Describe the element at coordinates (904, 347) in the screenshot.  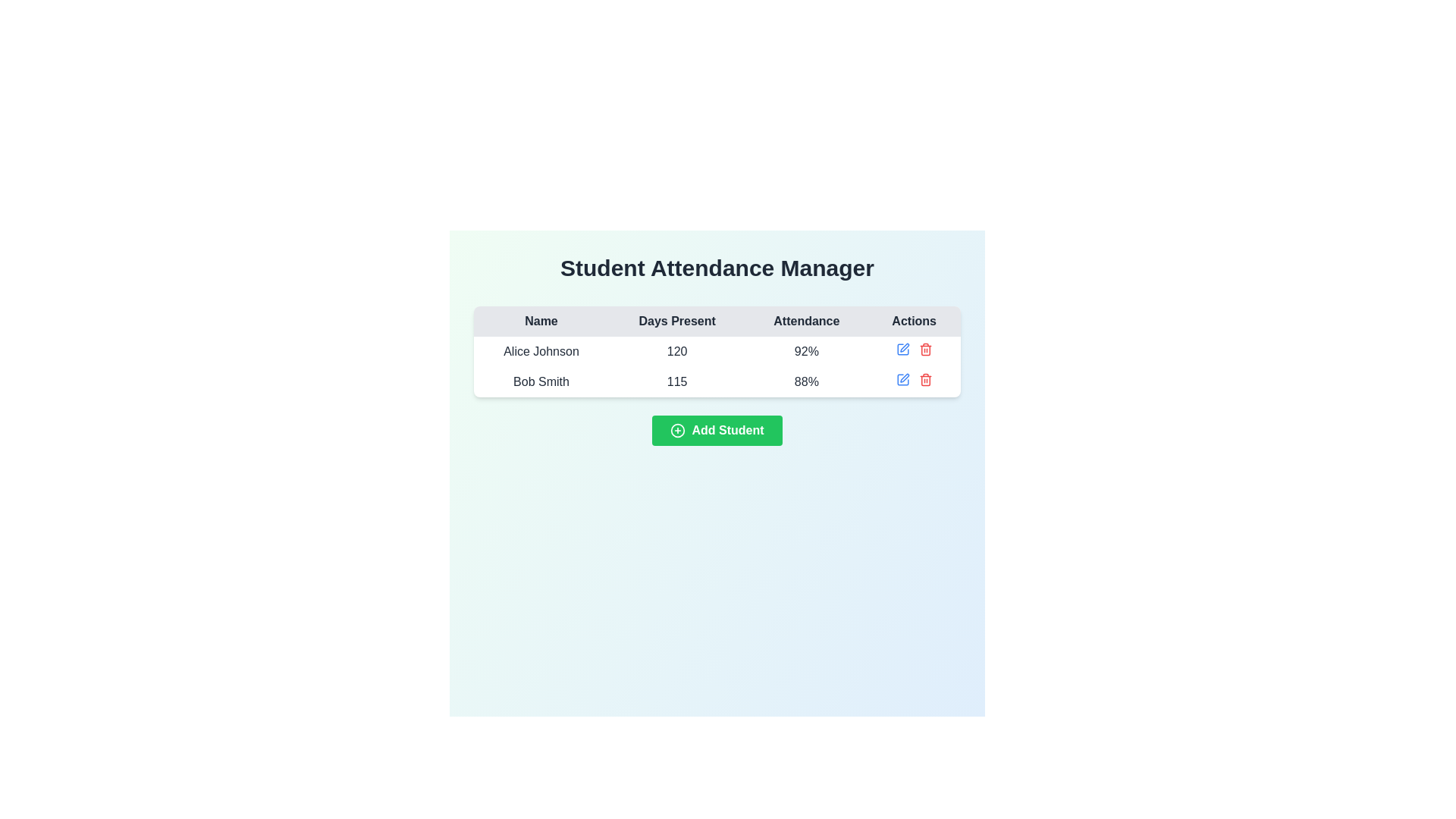
I see `the edit icon (pen) located in the Actions column of the first row under the 'Student Attendance Manager' header` at that location.